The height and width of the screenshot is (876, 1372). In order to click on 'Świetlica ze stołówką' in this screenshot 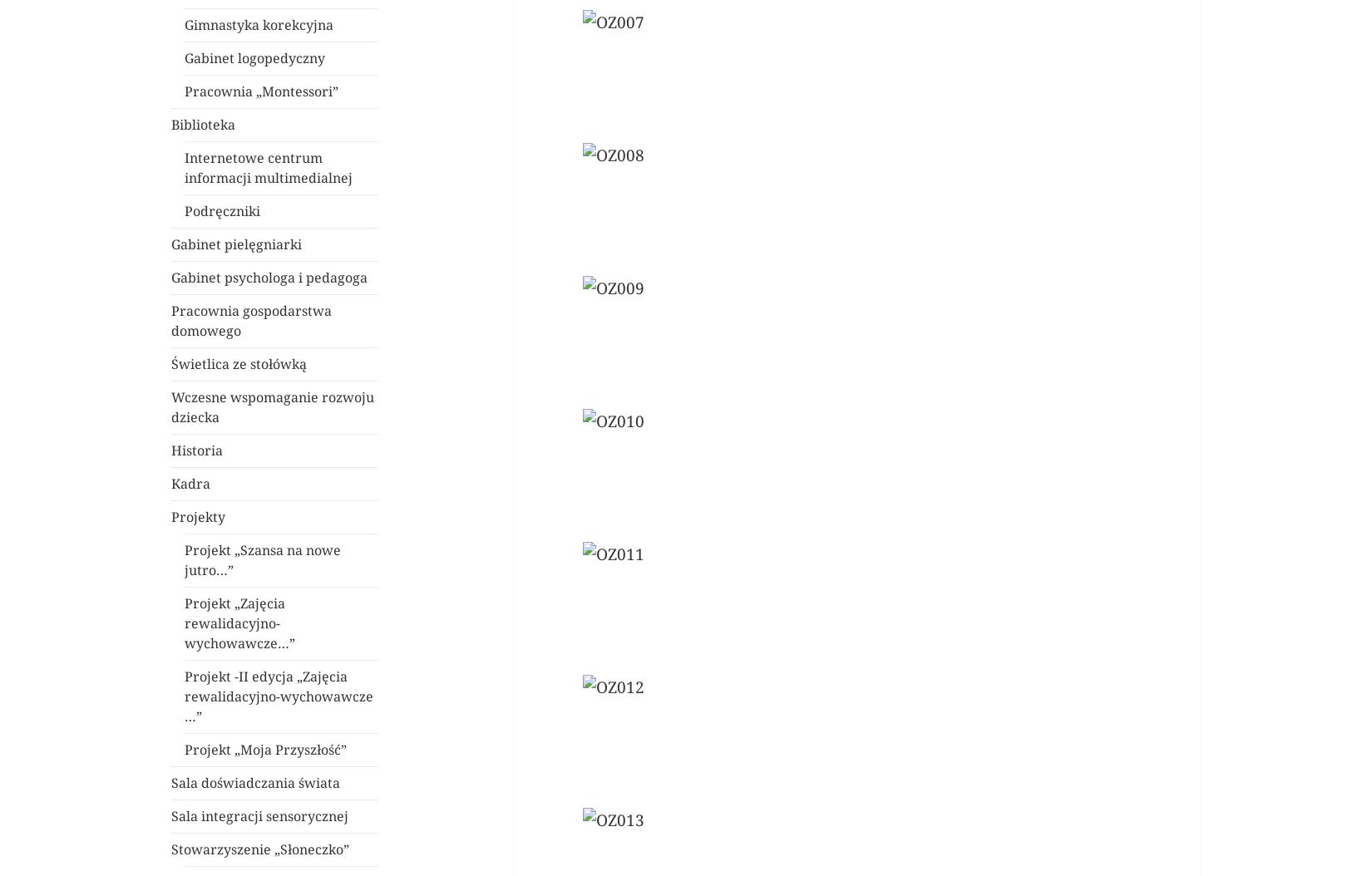, I will do `click(239, 364)`.